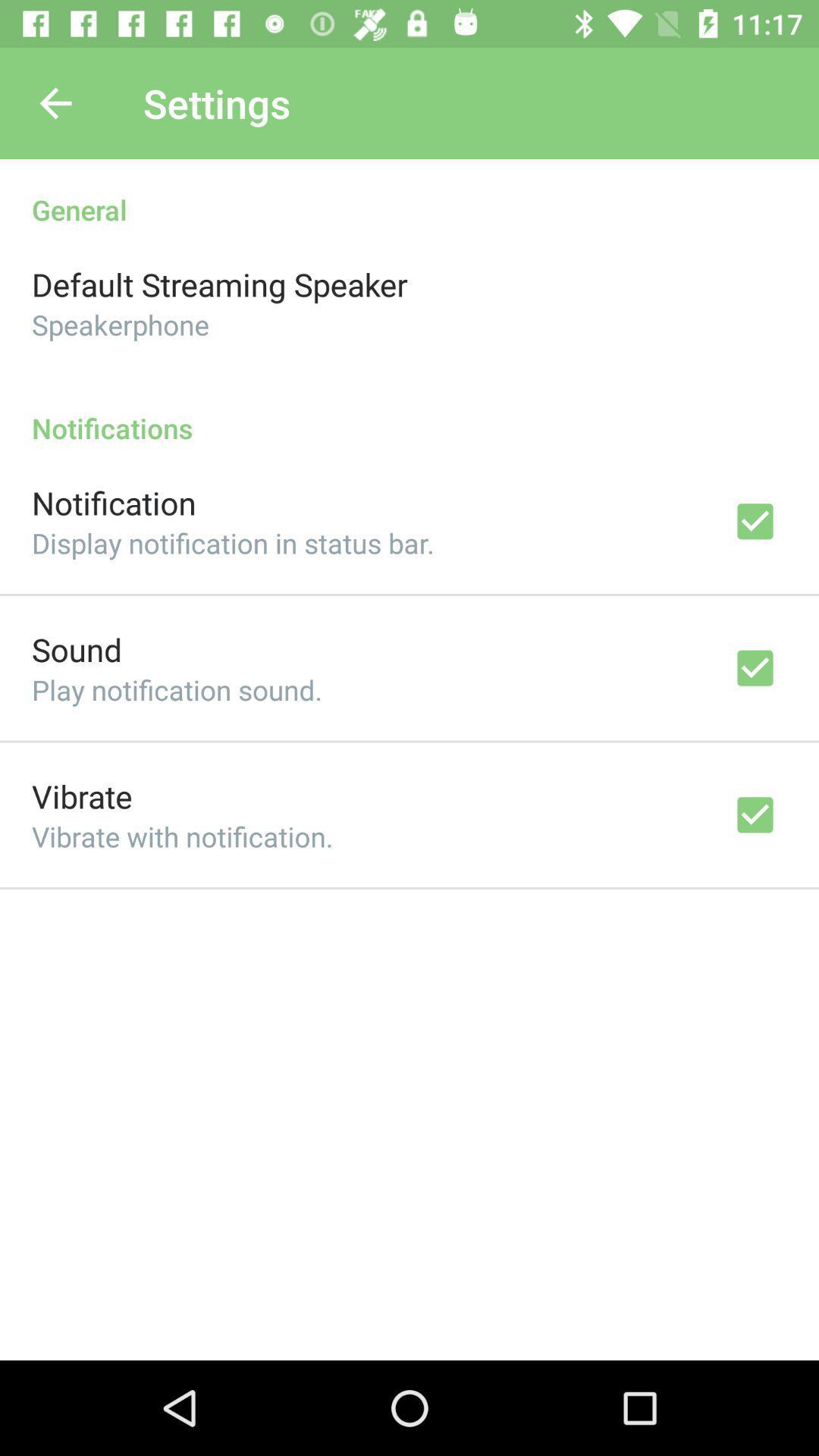 The height and width of the screenshot is (1456, 819). What do you see at coordinates (119, 324) in the screenshot?
I see `speakerphone icon` at bounding box center [119, 324].